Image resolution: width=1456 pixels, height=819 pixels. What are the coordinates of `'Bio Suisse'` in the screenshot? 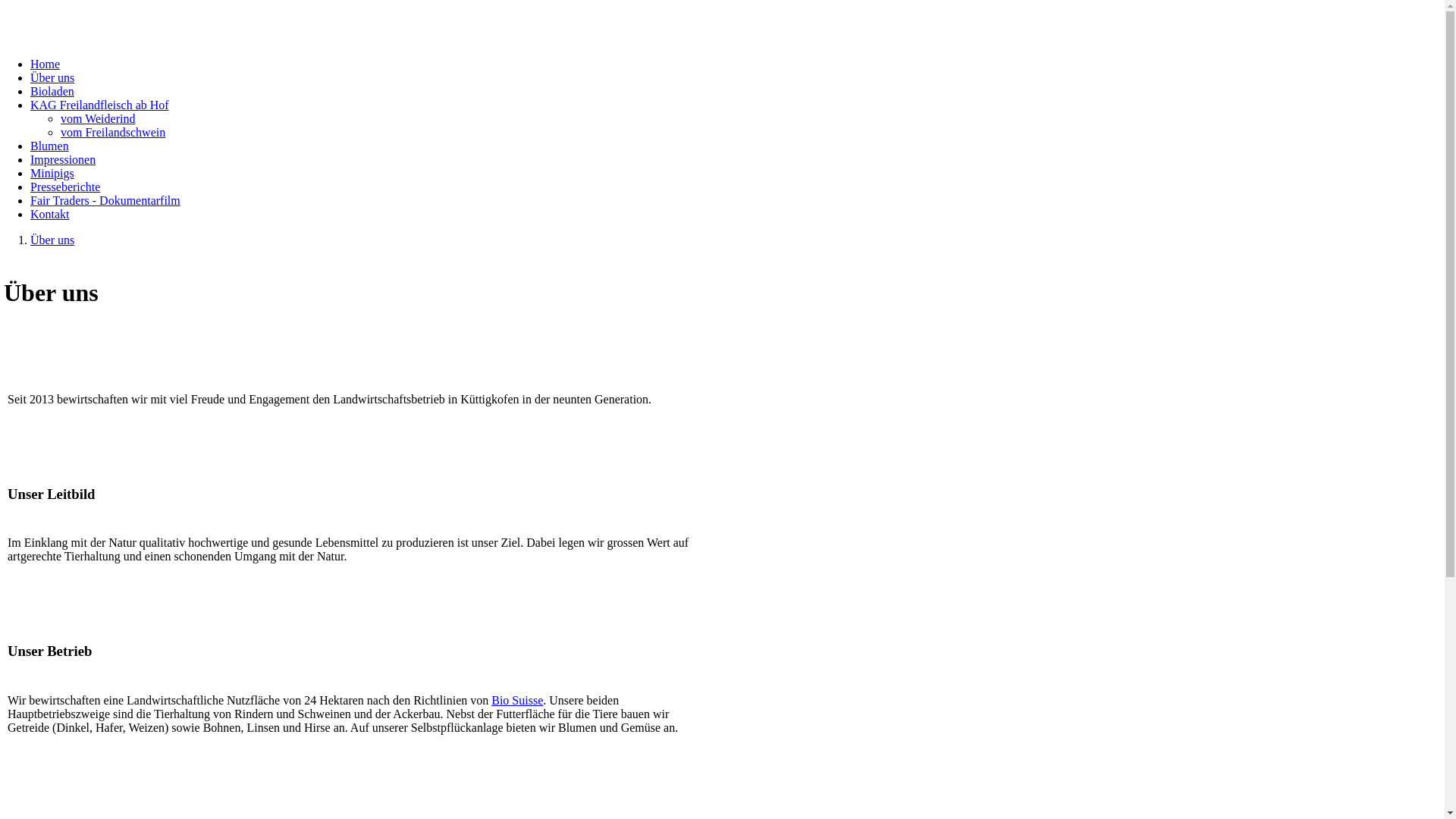 It's located at (516, 700).